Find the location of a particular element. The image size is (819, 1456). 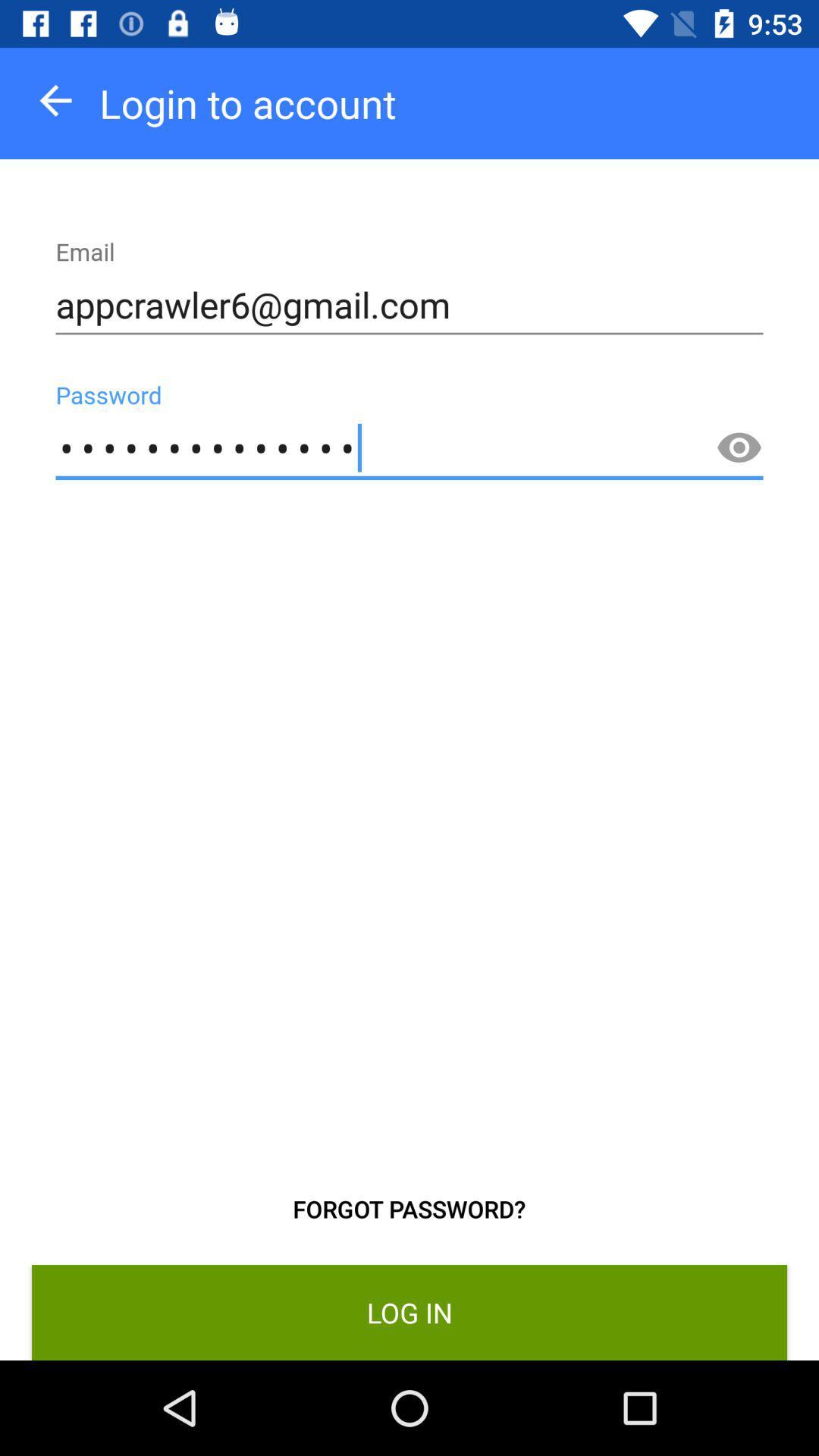

the icon below login to account is located at coordinates (409, 304).